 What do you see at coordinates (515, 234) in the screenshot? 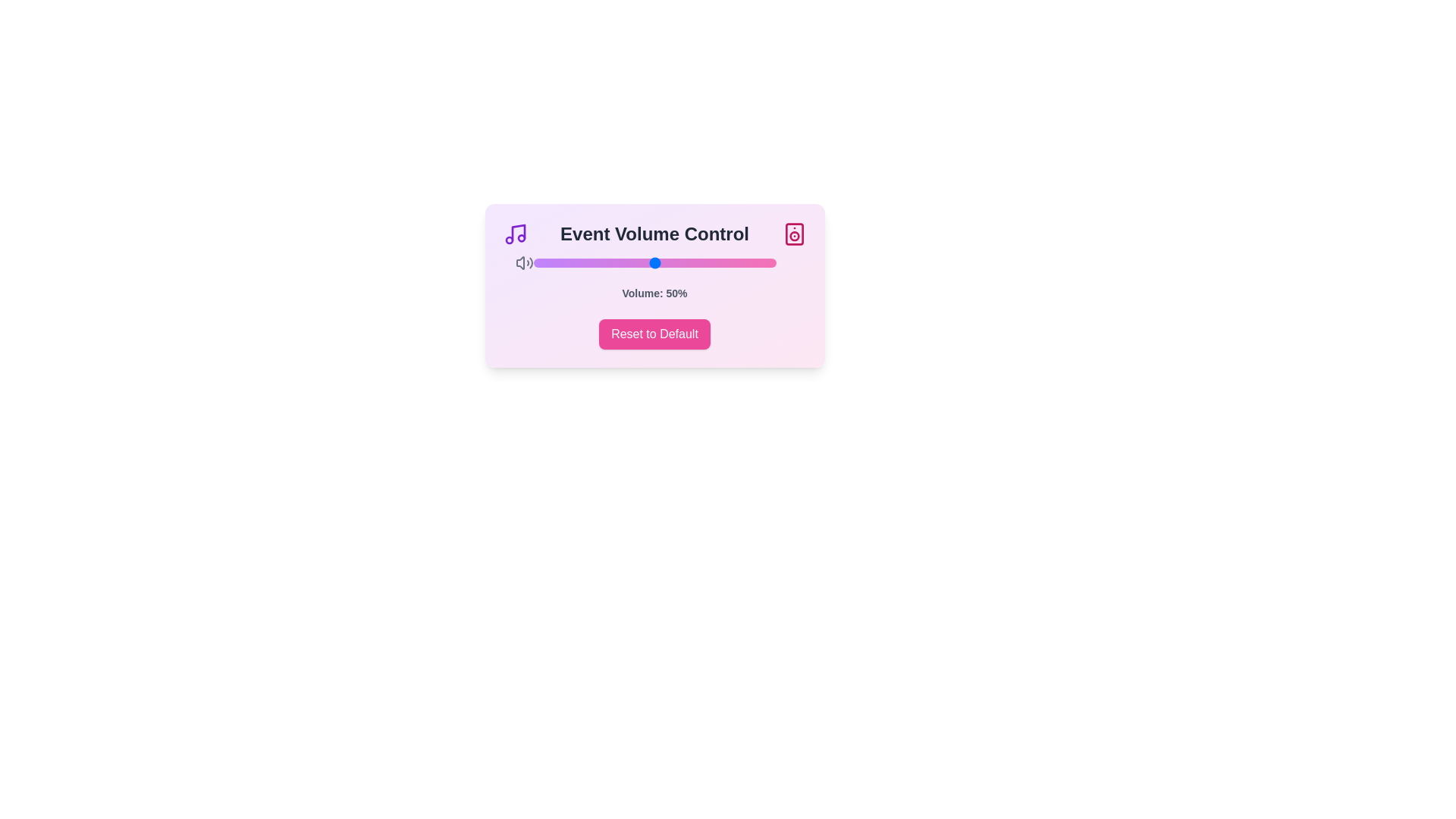
I see `the music icon to inspect its behavior` at bounding box center [515, 234].